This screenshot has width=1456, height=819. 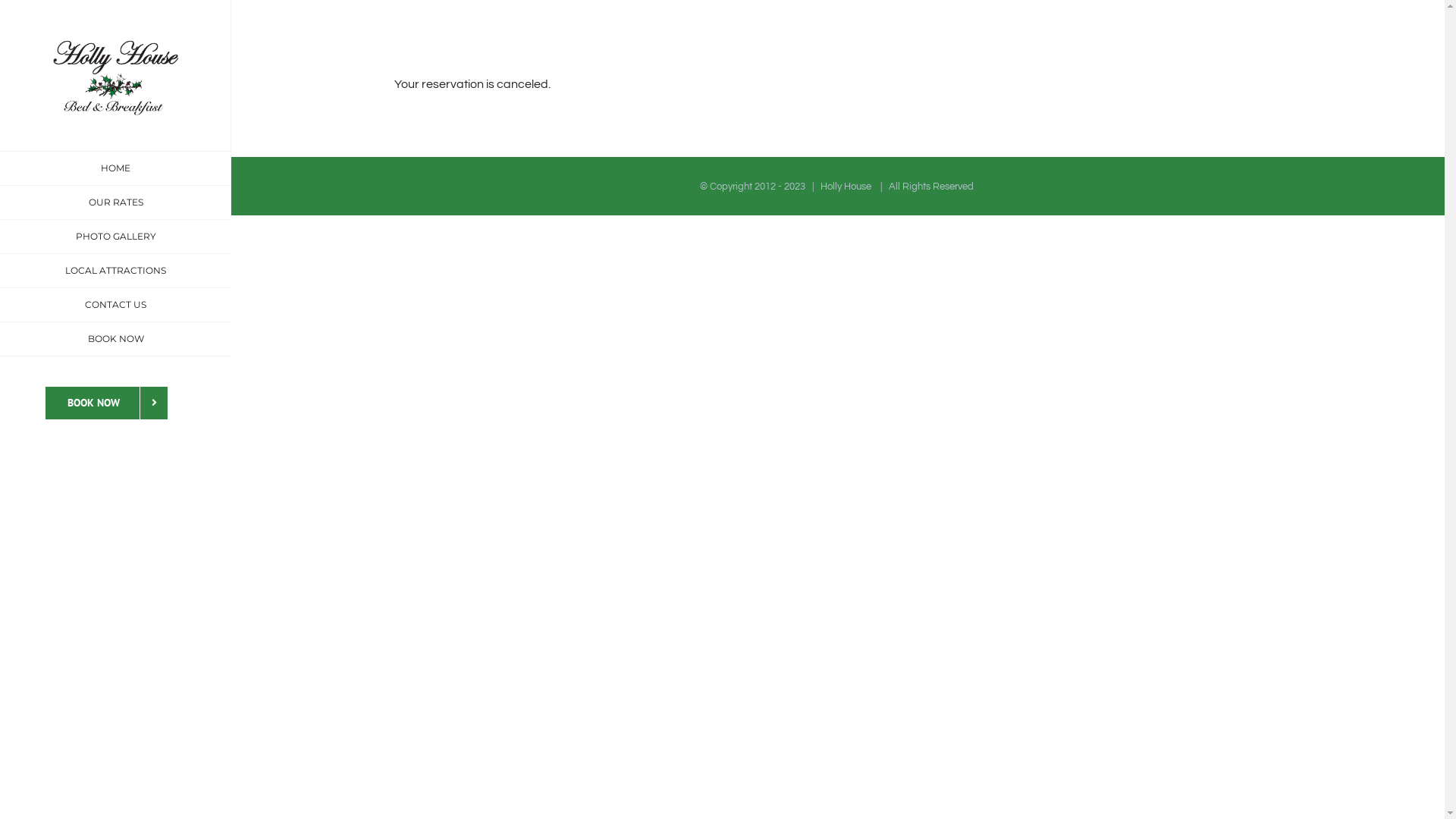 What do you see at coordinates (115, 202) in the screenshot?
I see `'OUR RATES'` at bounding box center [115, 202].